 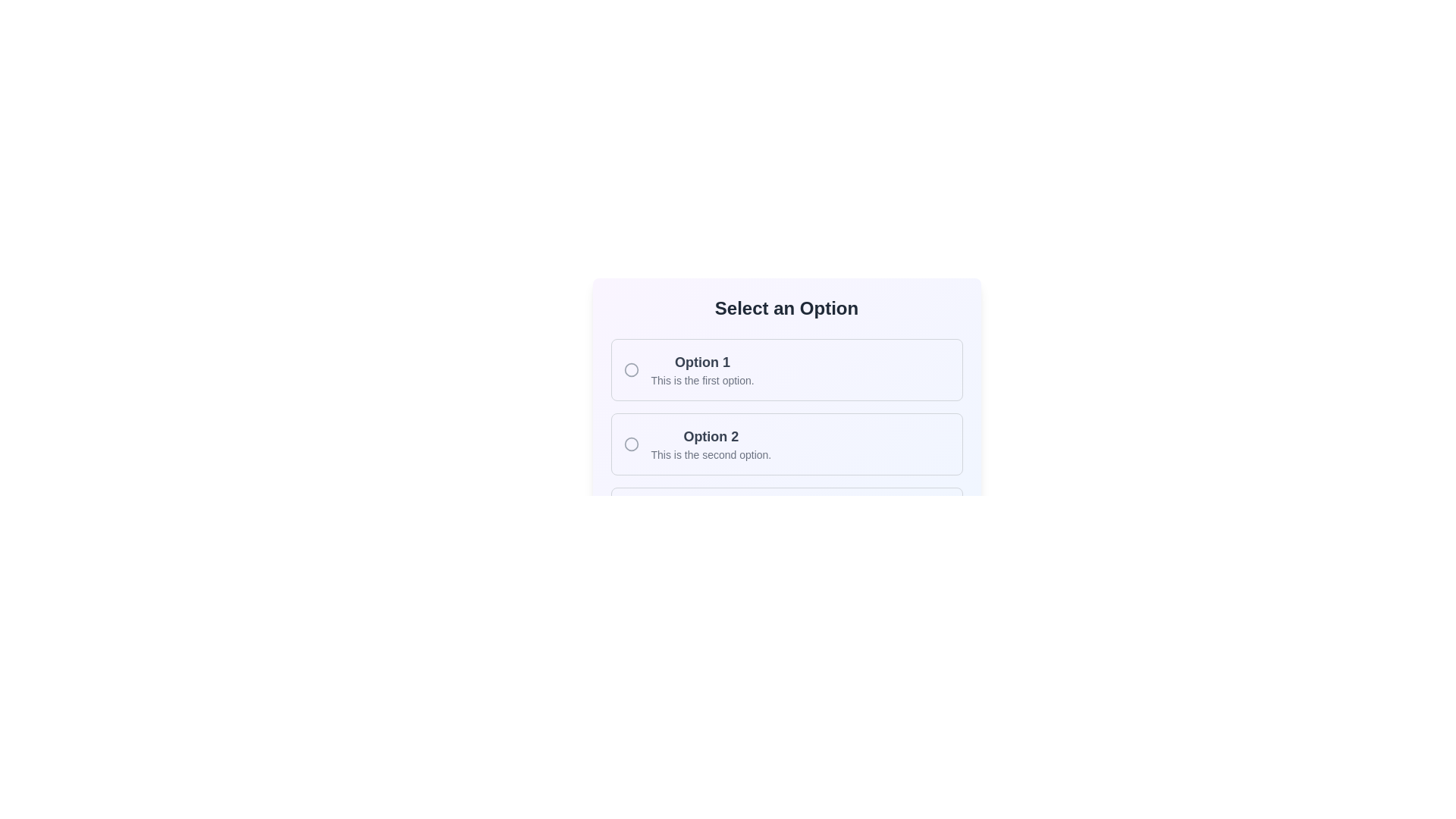 I want to click on the bold title text label that serves as a header for the first choice in the option selection interface, located near the upper-left corner of the card, so click(x=701, y=362).